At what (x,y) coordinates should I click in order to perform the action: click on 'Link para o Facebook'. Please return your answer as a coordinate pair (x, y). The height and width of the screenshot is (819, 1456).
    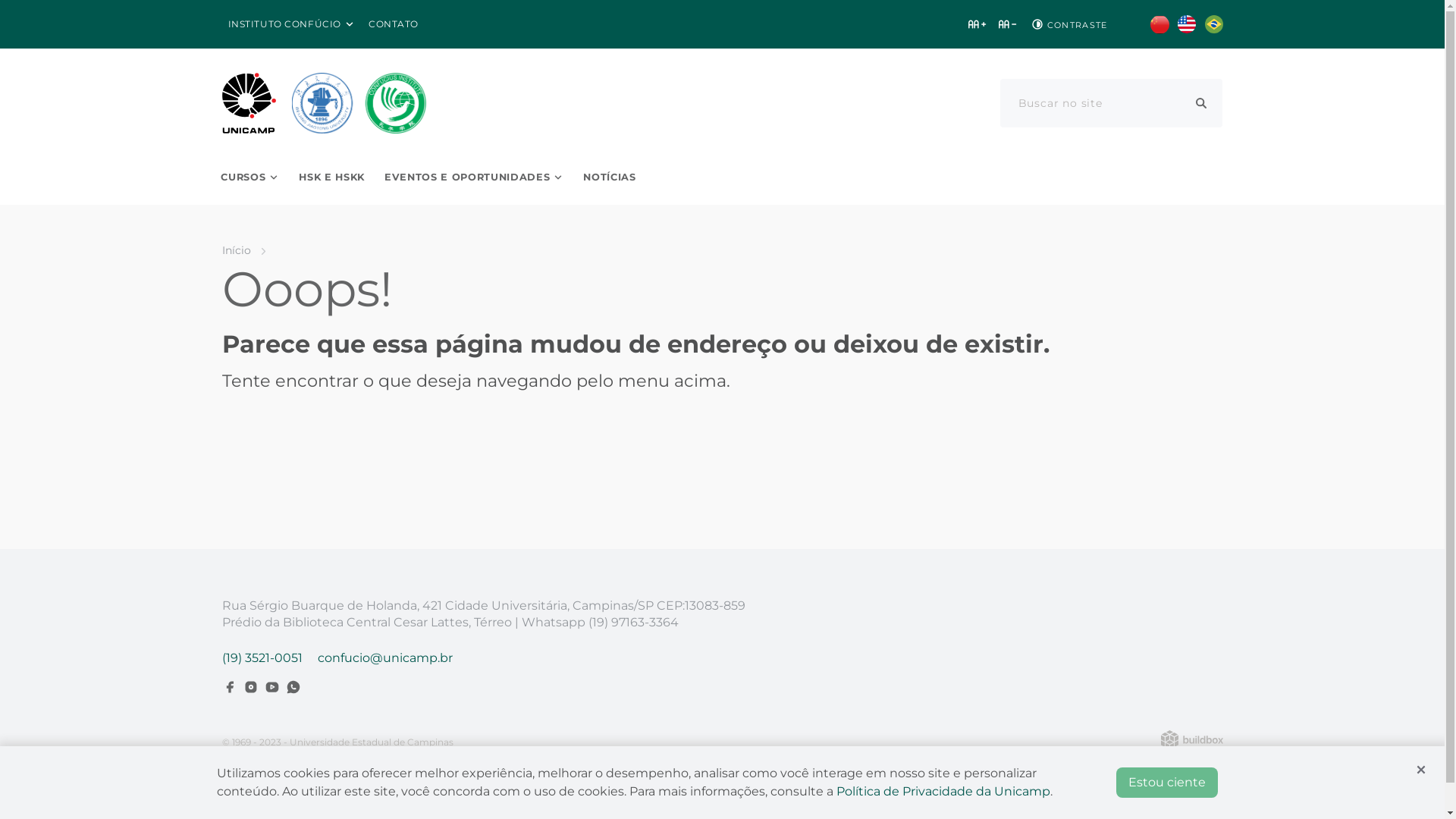
    Looking at the image, I should click on (228, 687).